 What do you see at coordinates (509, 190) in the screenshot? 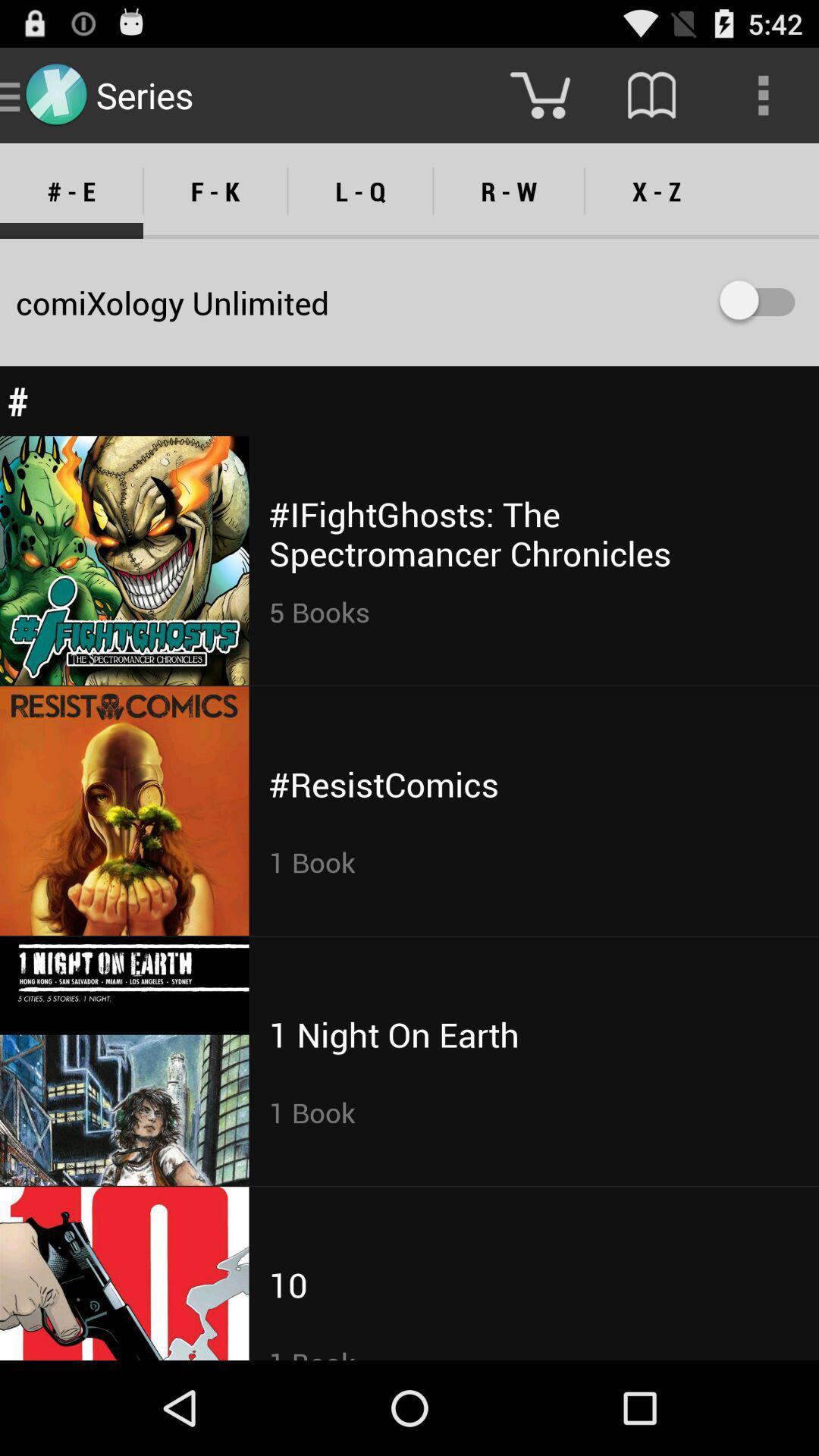
I see `the icon next to l - q icon` at bounding box center [509, 190].